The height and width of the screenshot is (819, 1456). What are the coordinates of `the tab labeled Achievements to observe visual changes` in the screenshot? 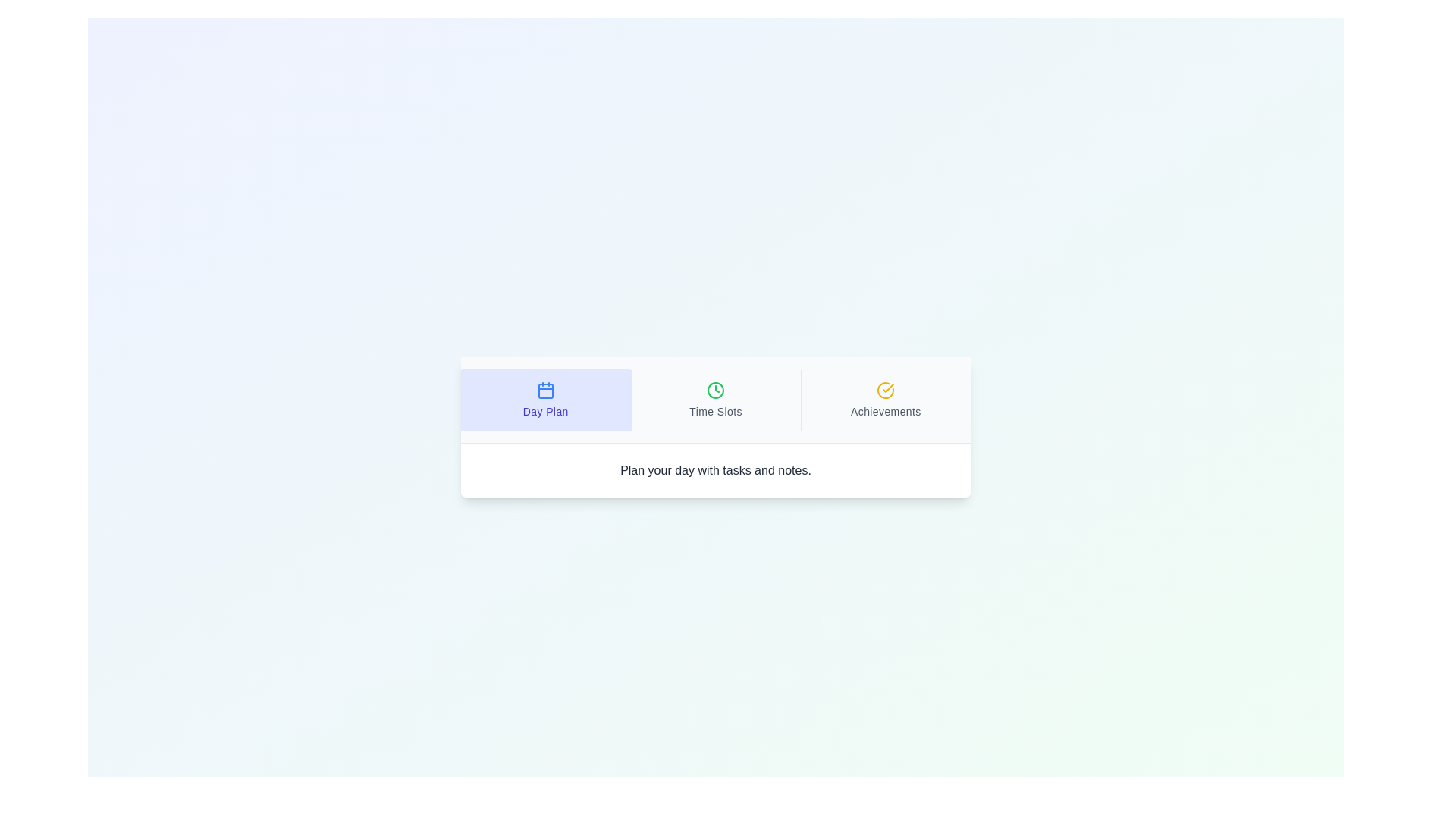 It's located at (885, 399).